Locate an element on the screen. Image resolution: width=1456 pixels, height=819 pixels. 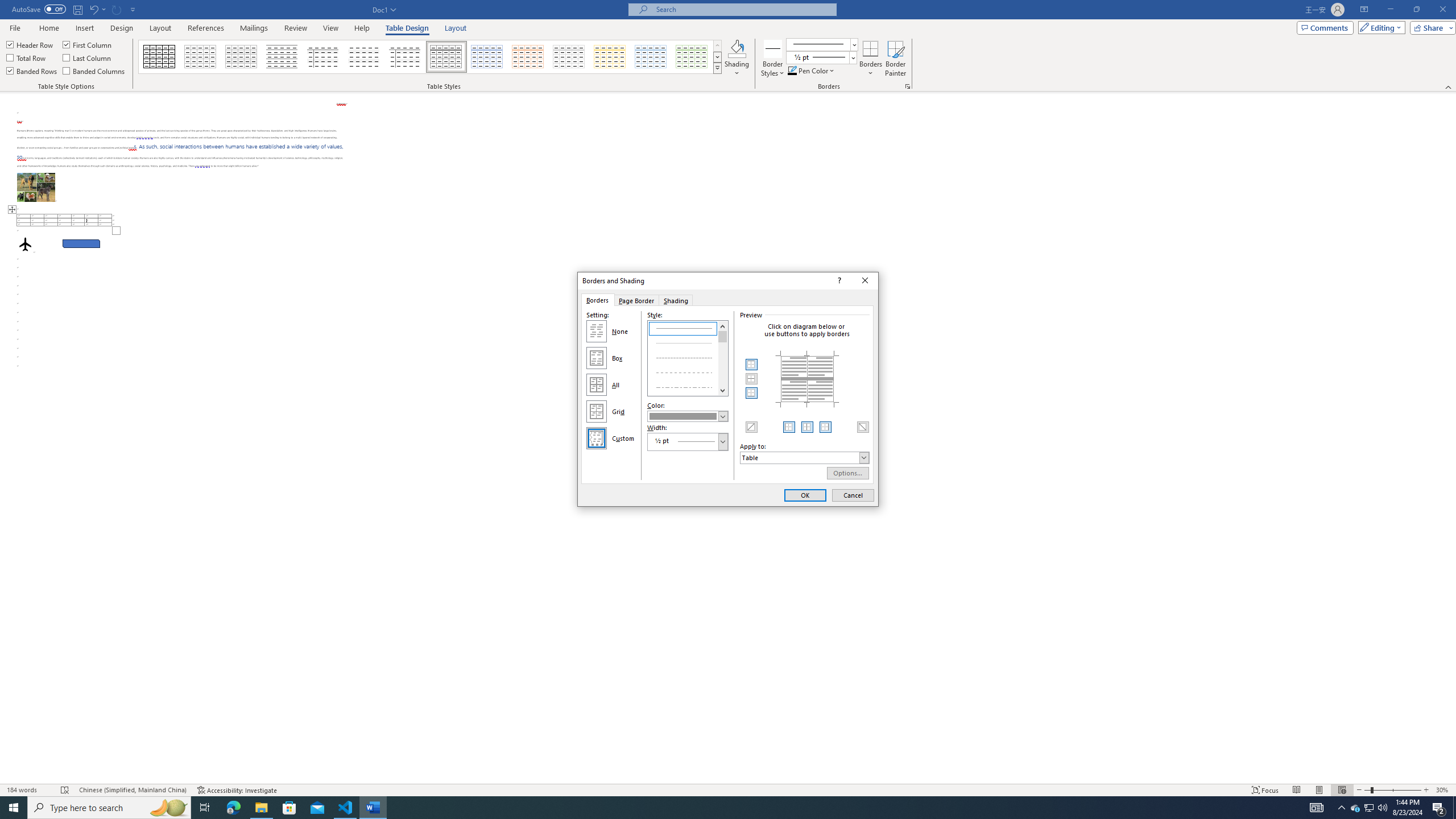
'Line up' is located at coordinates (723, 325).